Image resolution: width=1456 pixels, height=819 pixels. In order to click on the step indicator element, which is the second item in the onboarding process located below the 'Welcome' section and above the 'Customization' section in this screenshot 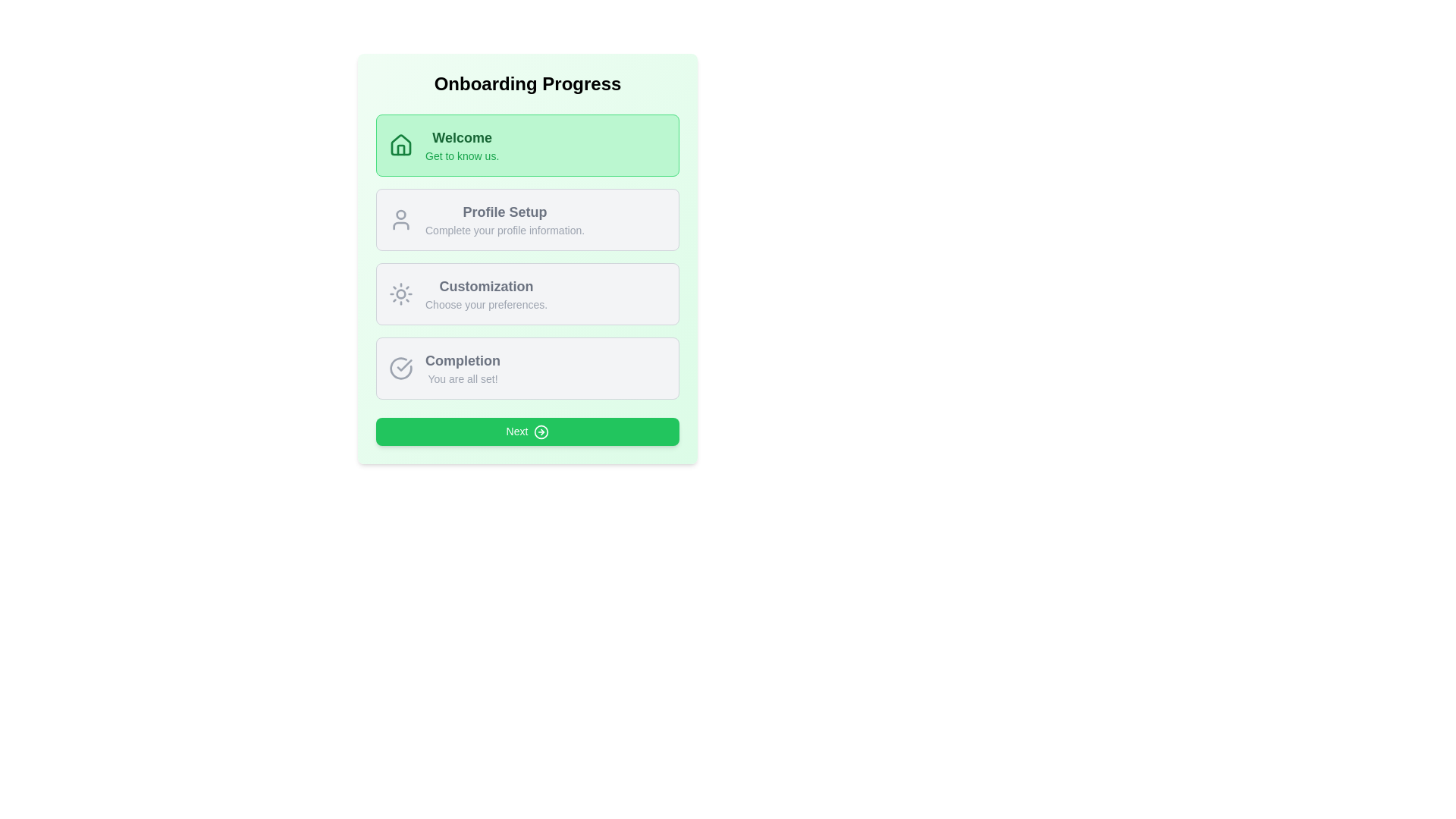, I will do `click(528, 219)`.